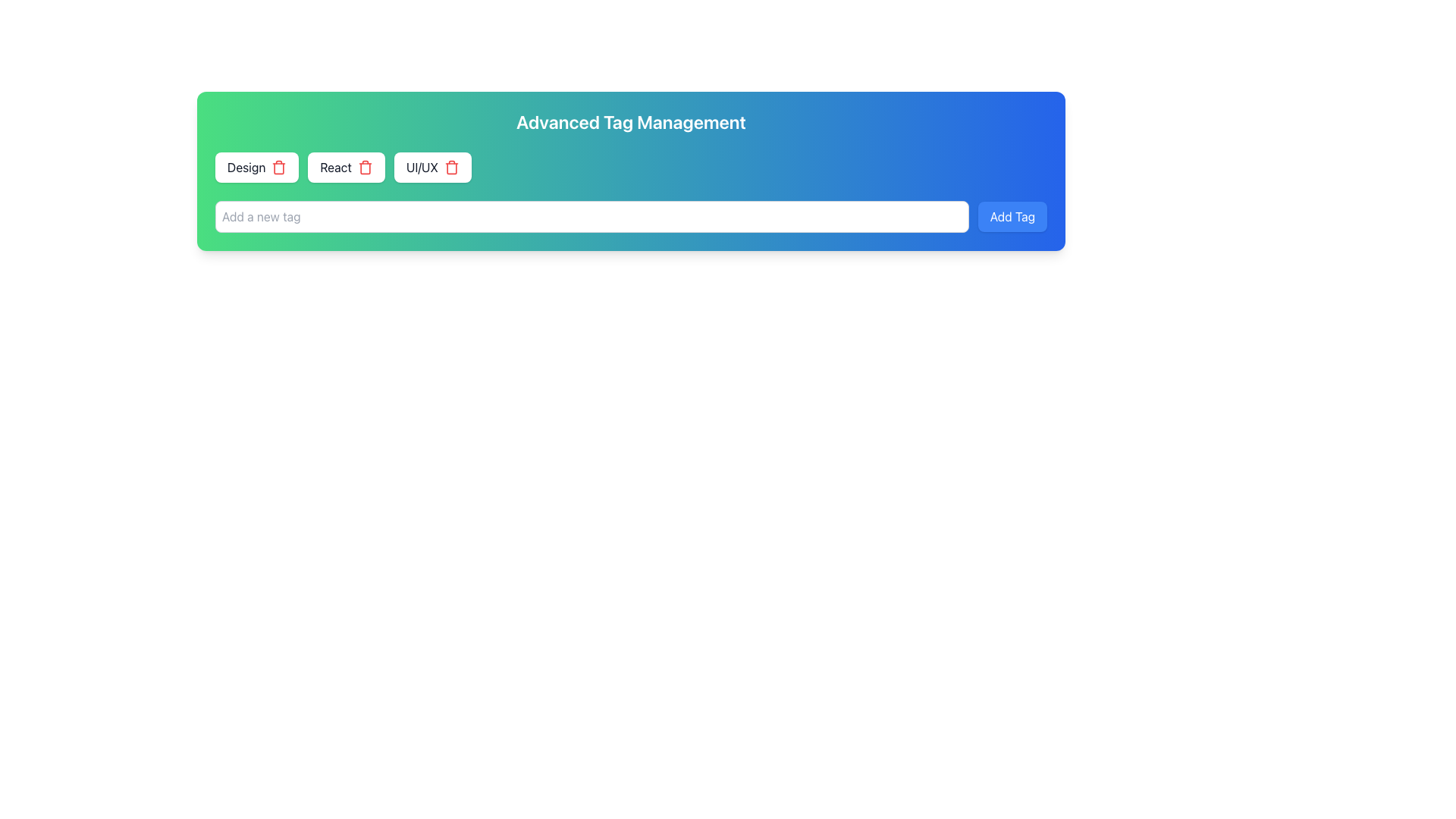 The height and width of the screenshot is (819, 1456). I want to click on the text value of the second tag in the 'Advanced Tag Management' section, which is positioned between the 'Design' and 'UI/UX' tags, so click(335, 167).